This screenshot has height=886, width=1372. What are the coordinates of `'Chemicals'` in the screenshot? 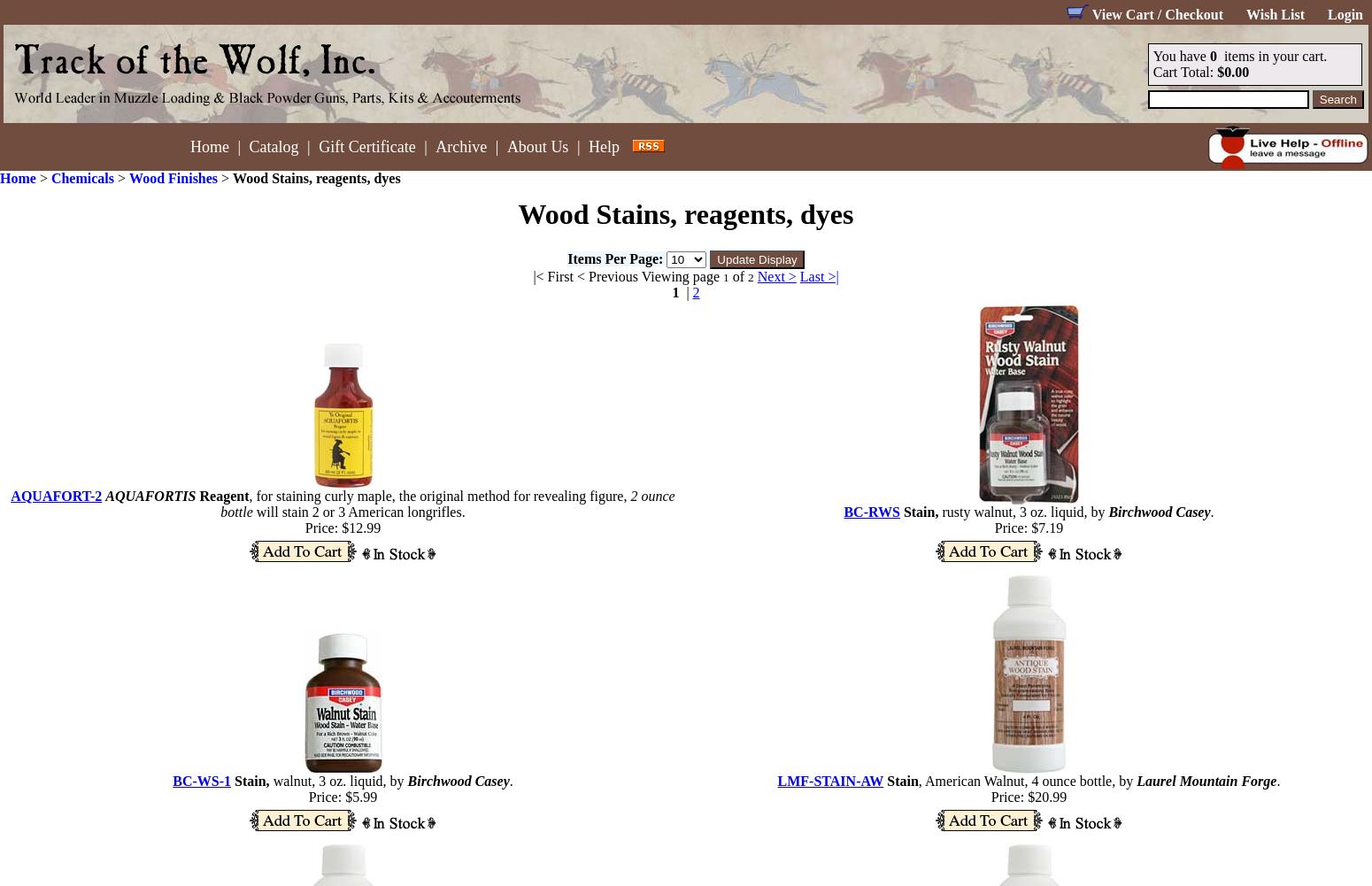 It's located at (82, 178).